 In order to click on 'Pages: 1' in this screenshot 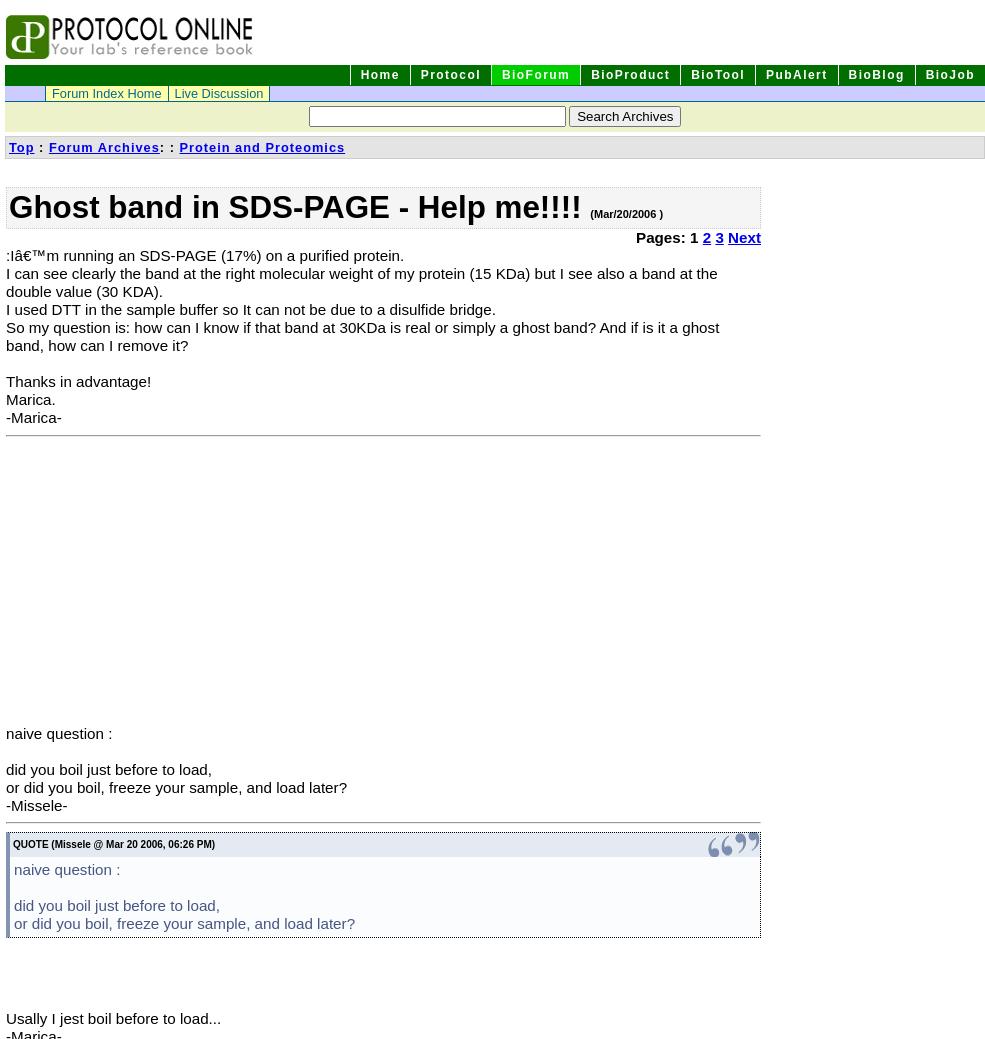, I will do `click(635, 237)`.